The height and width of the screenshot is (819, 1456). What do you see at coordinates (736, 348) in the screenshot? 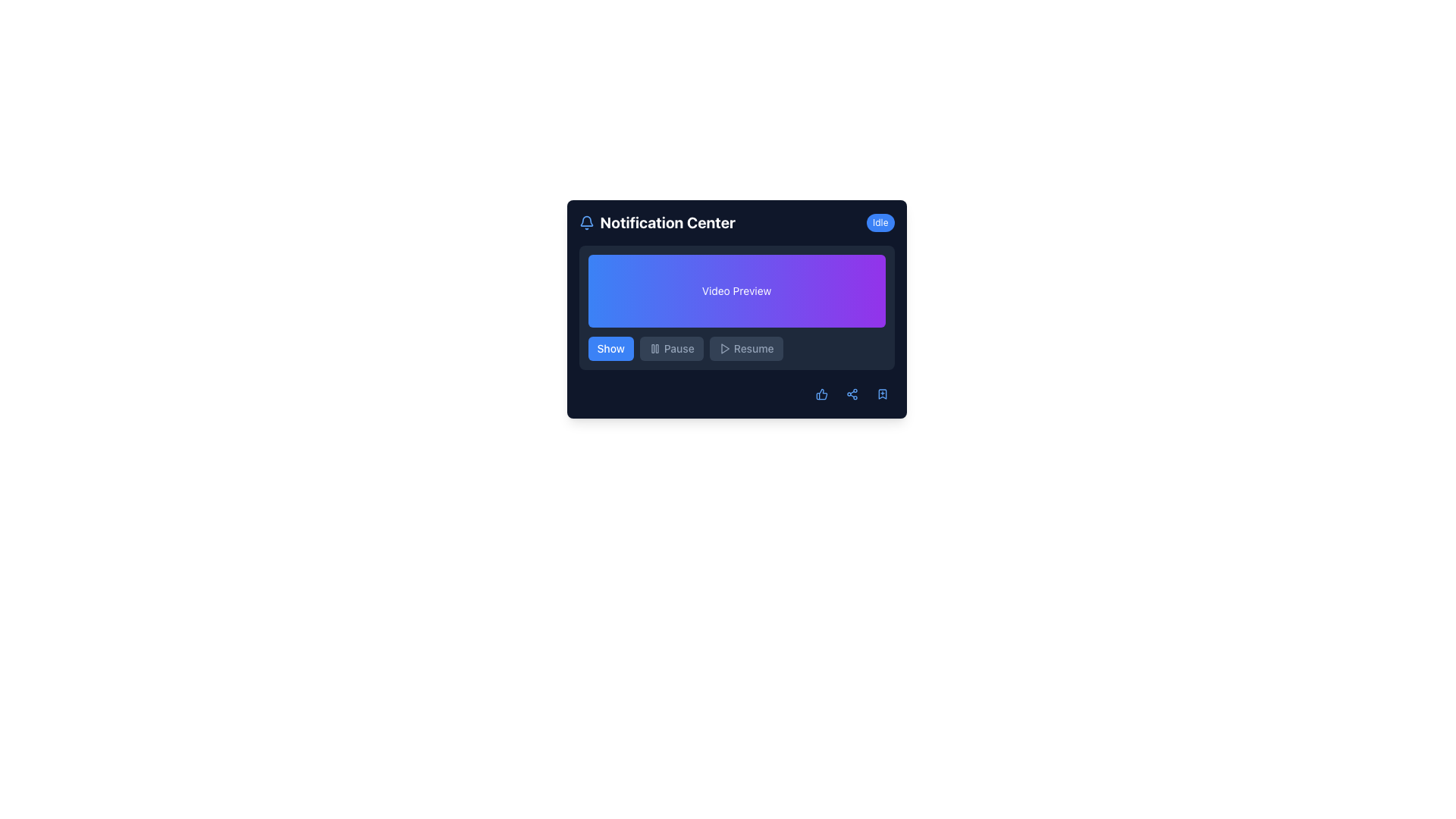
I see `the 'Resume' button, which is the third button in the button group located near the bottom of the 'Video Preview' section` at bounding box center [736, 348].